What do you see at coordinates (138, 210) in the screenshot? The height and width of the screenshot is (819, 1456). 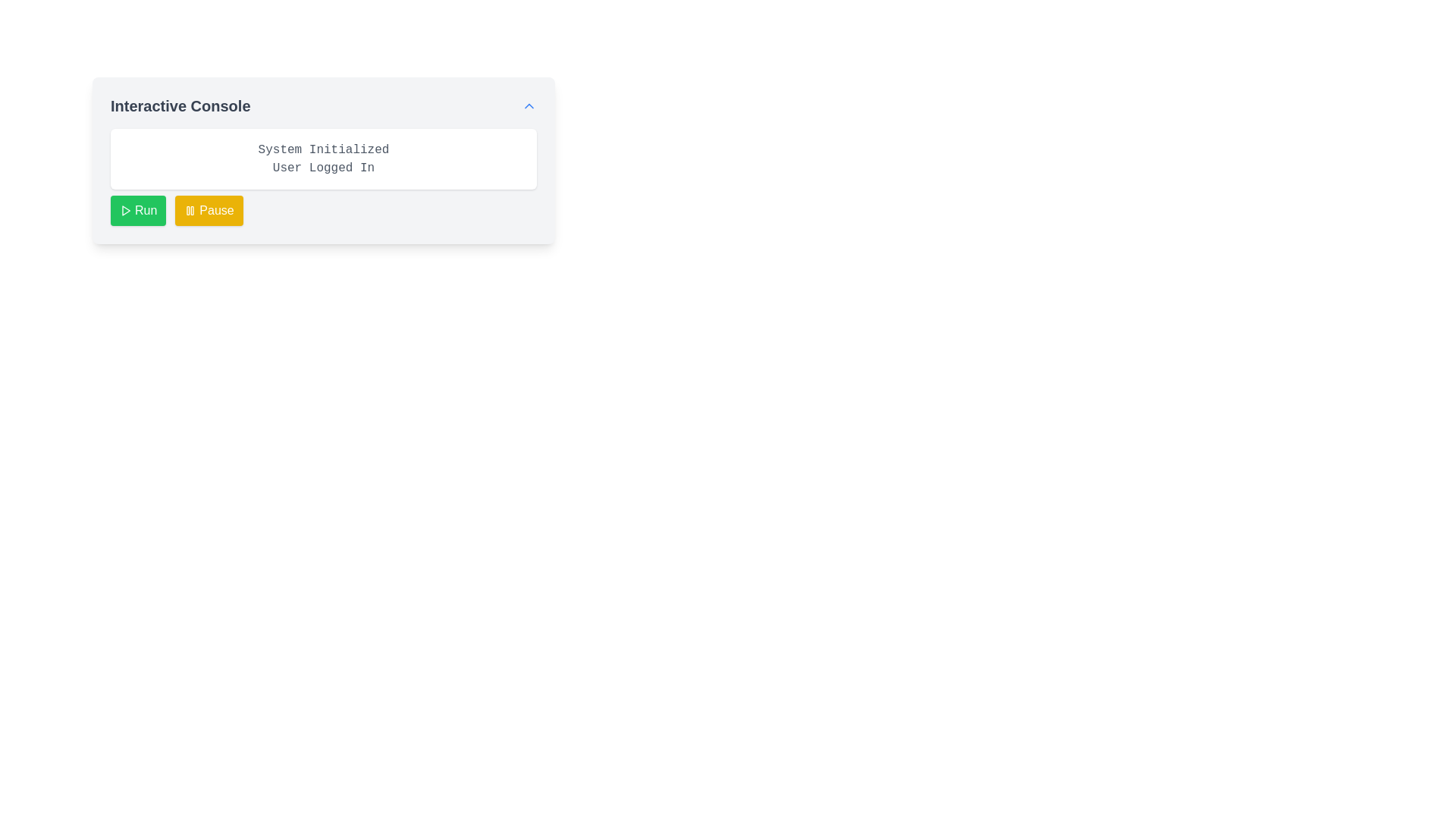 I see `the 'Run' button, which has a green background and white text` at bounding box center [138, 210].